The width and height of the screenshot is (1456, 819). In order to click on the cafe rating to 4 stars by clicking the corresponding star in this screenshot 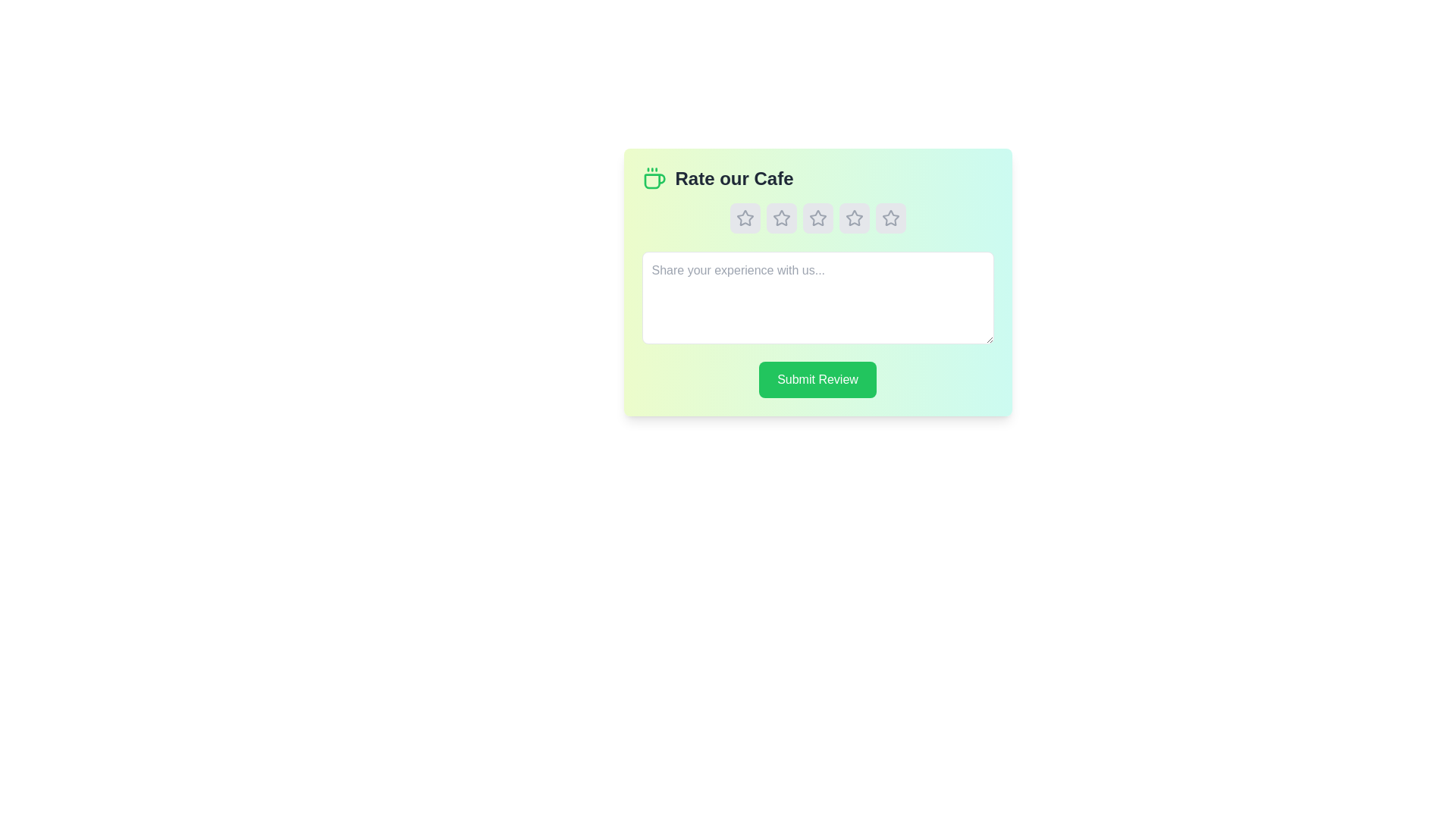, I will do `click(854, 218)`.